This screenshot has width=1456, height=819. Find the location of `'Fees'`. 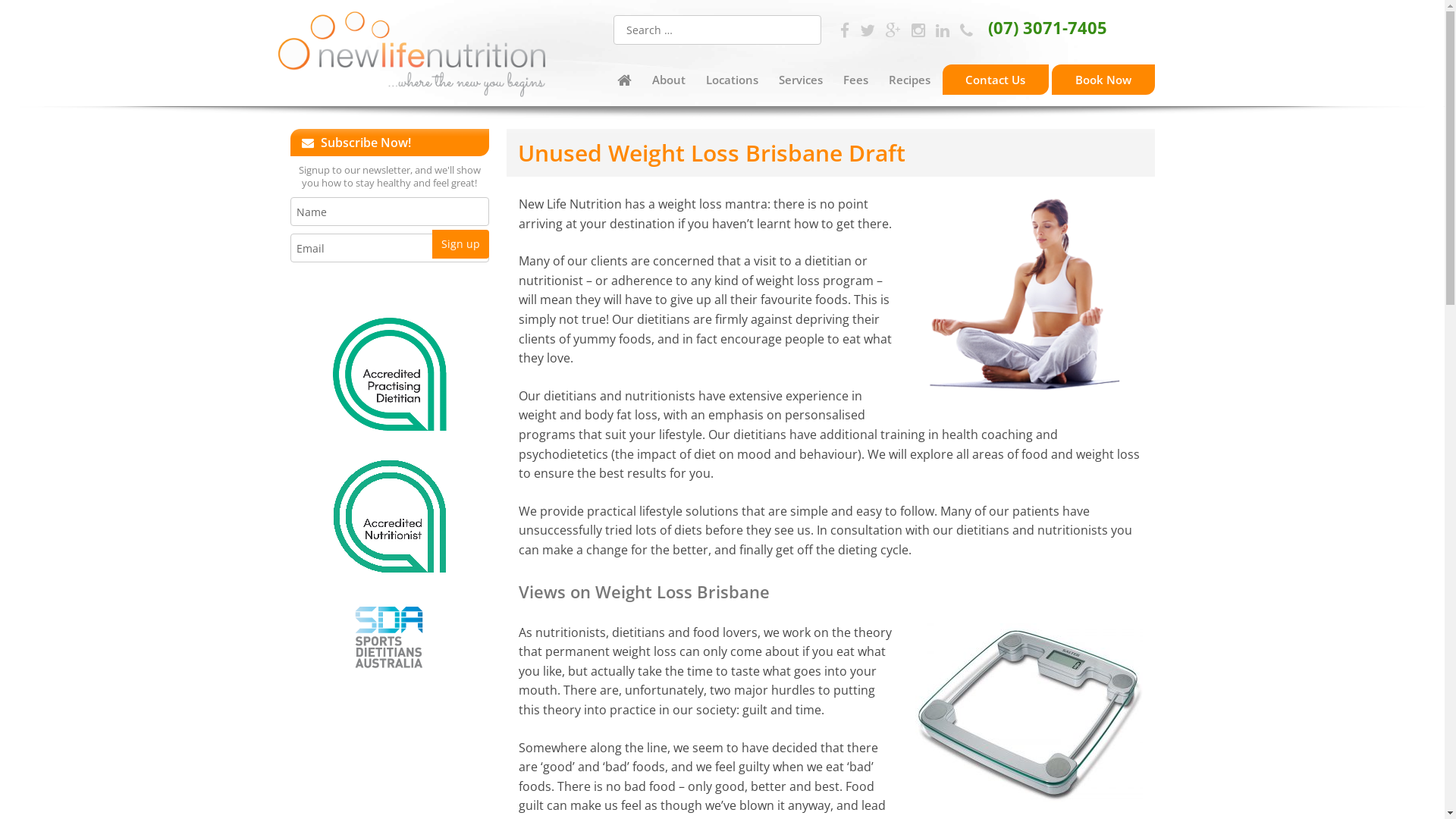

'Fees' is located at coordinates (833, 79).